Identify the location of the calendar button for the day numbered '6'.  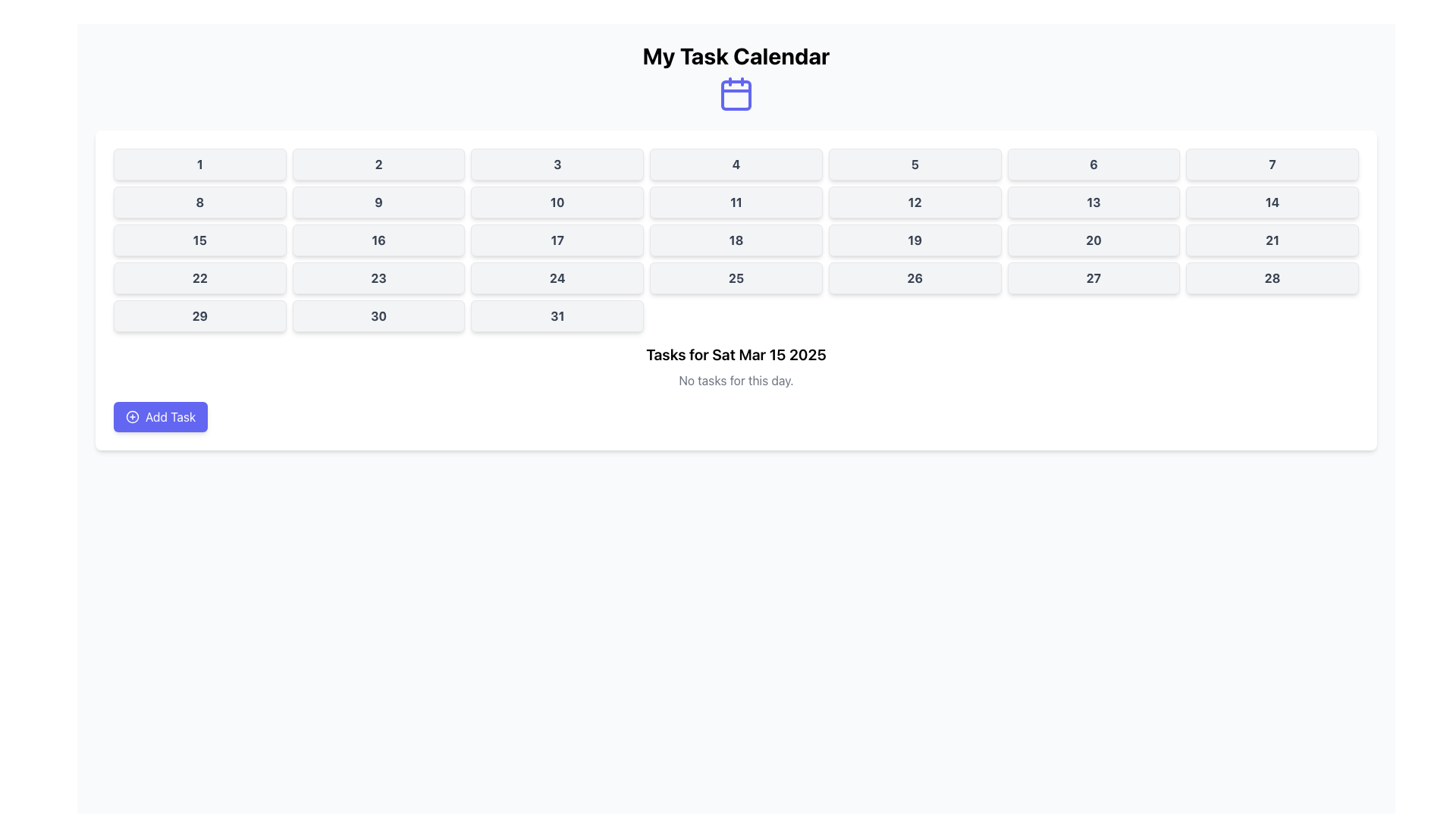
(1094, 164).